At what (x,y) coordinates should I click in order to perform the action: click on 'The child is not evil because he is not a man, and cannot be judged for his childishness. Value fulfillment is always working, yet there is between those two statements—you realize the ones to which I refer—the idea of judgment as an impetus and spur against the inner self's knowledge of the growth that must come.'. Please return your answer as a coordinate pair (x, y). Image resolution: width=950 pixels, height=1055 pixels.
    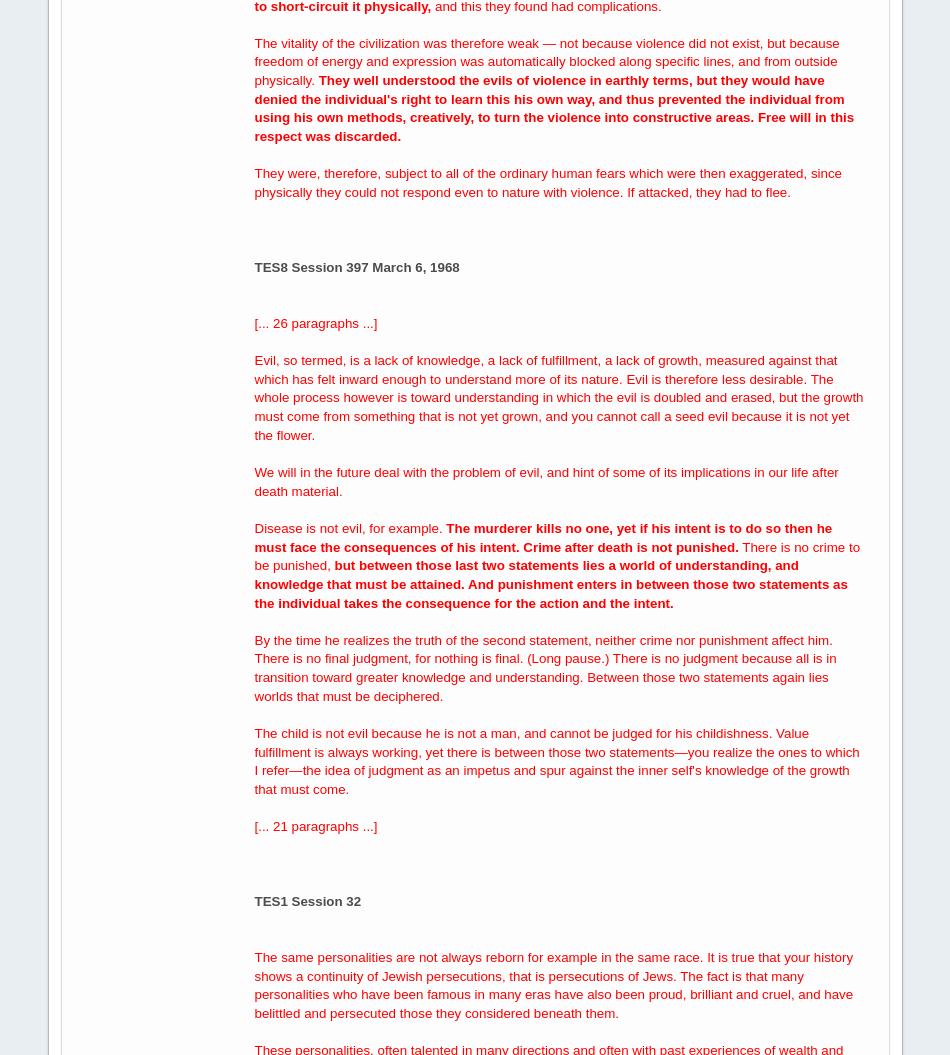
    Looking at the image, I should click on (253, 761).